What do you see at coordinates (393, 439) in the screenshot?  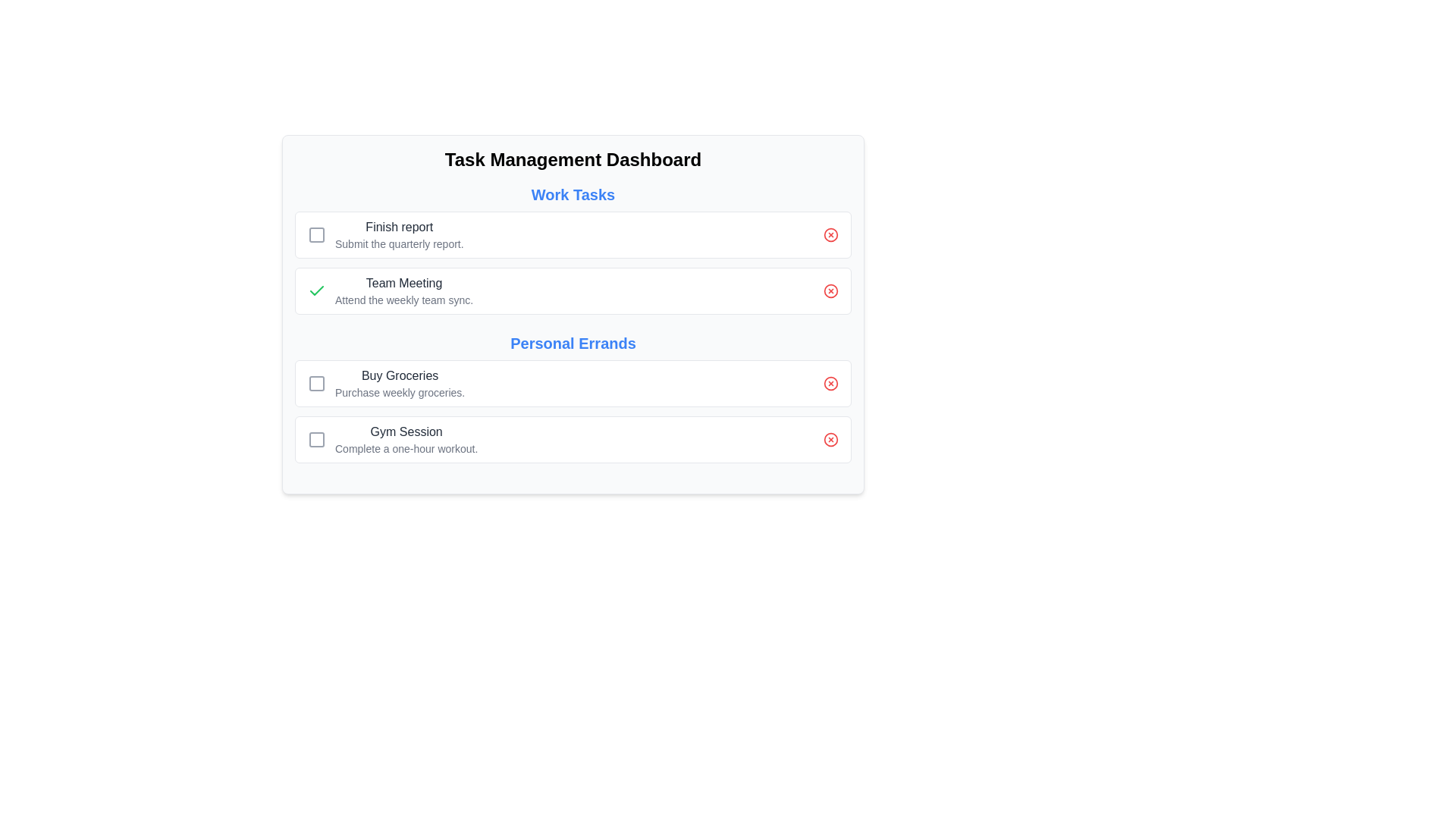 I see `the checkbox next to the 'Gym Session' task descriptor to mark the task as complete` at bounding box center [393, 439].